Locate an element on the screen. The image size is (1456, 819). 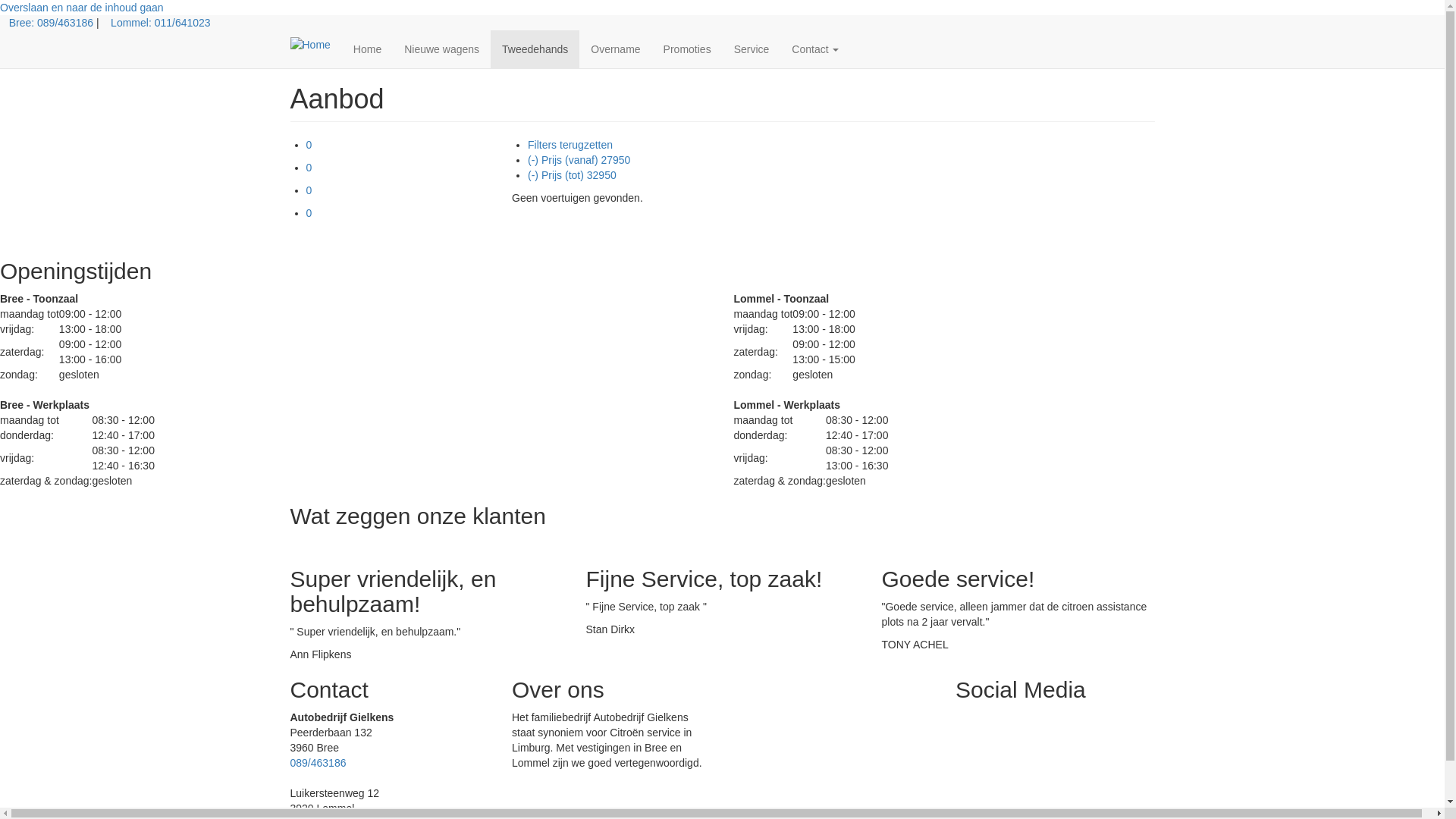
'Nieuwe wagens' is located at coordinates (441, 49).